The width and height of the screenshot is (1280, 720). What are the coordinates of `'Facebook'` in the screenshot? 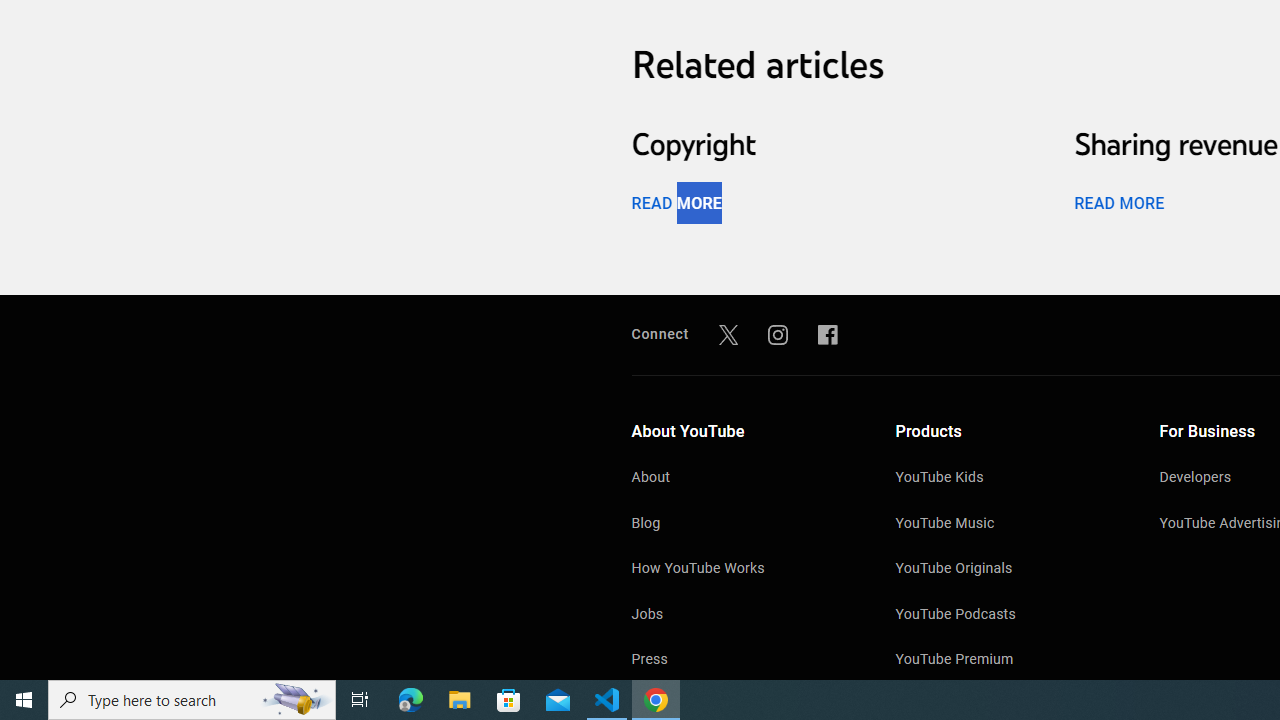 It's located at (828, 333).